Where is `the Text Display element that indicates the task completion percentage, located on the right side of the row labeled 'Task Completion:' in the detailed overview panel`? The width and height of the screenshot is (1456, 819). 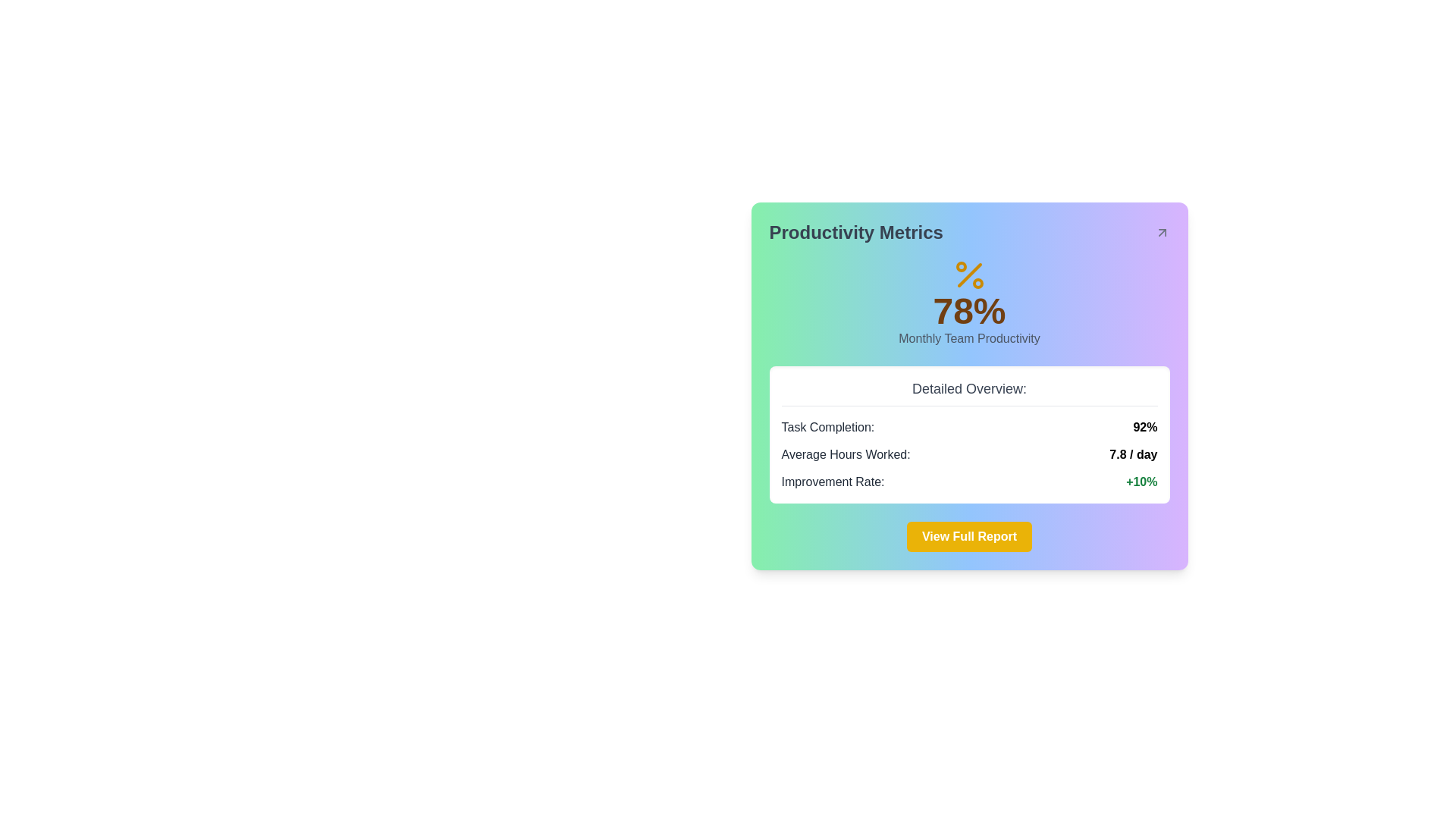 the Text Display element that indicates the task completion percentage, located on the right side of the row labeled 'Task Completion:' in the detailed overview panel is located at coordinates (1145, 427).